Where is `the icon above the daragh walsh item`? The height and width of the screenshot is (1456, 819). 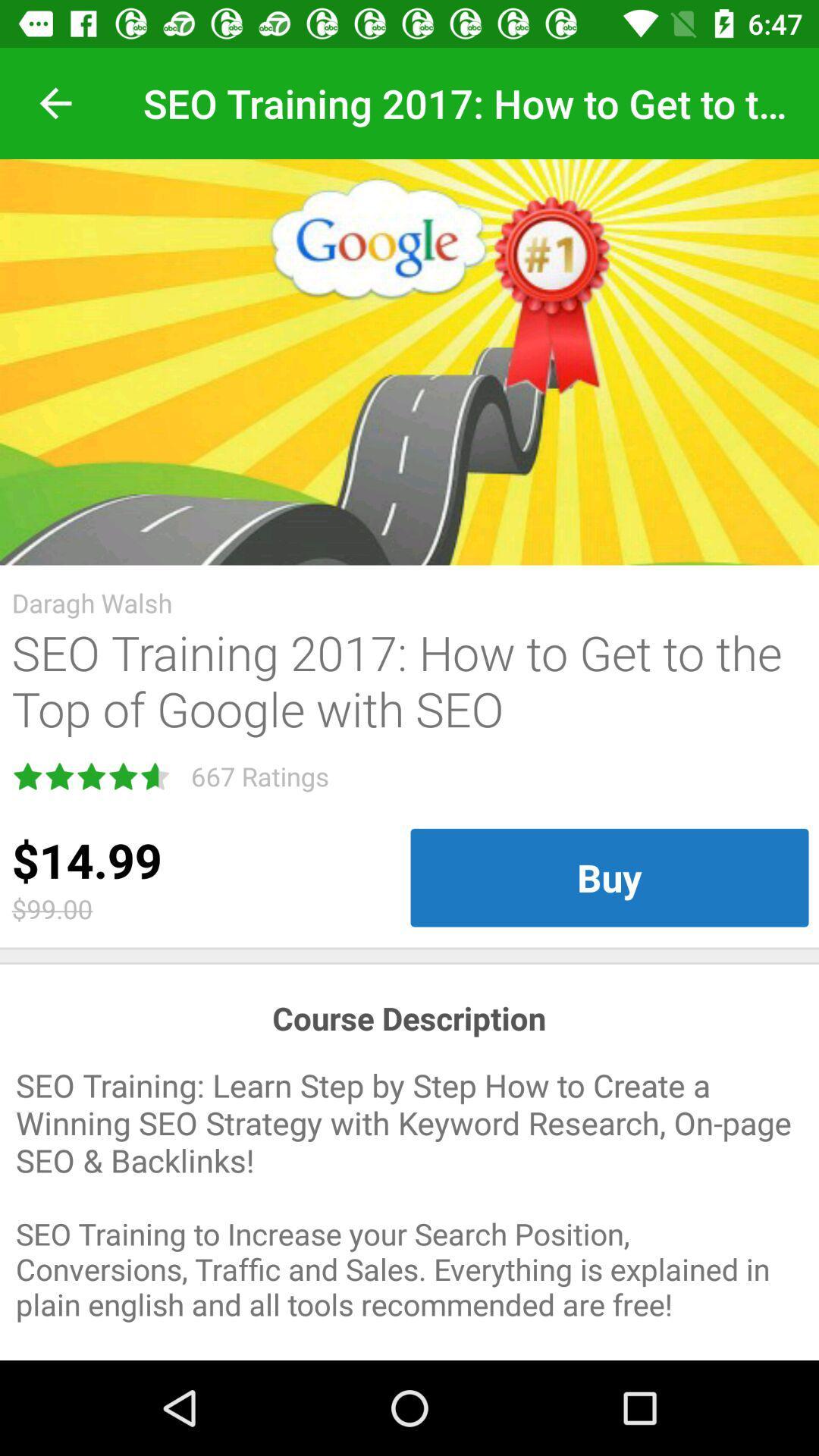 the icon above the daragh walsh item is located at coordinates (409, 361).